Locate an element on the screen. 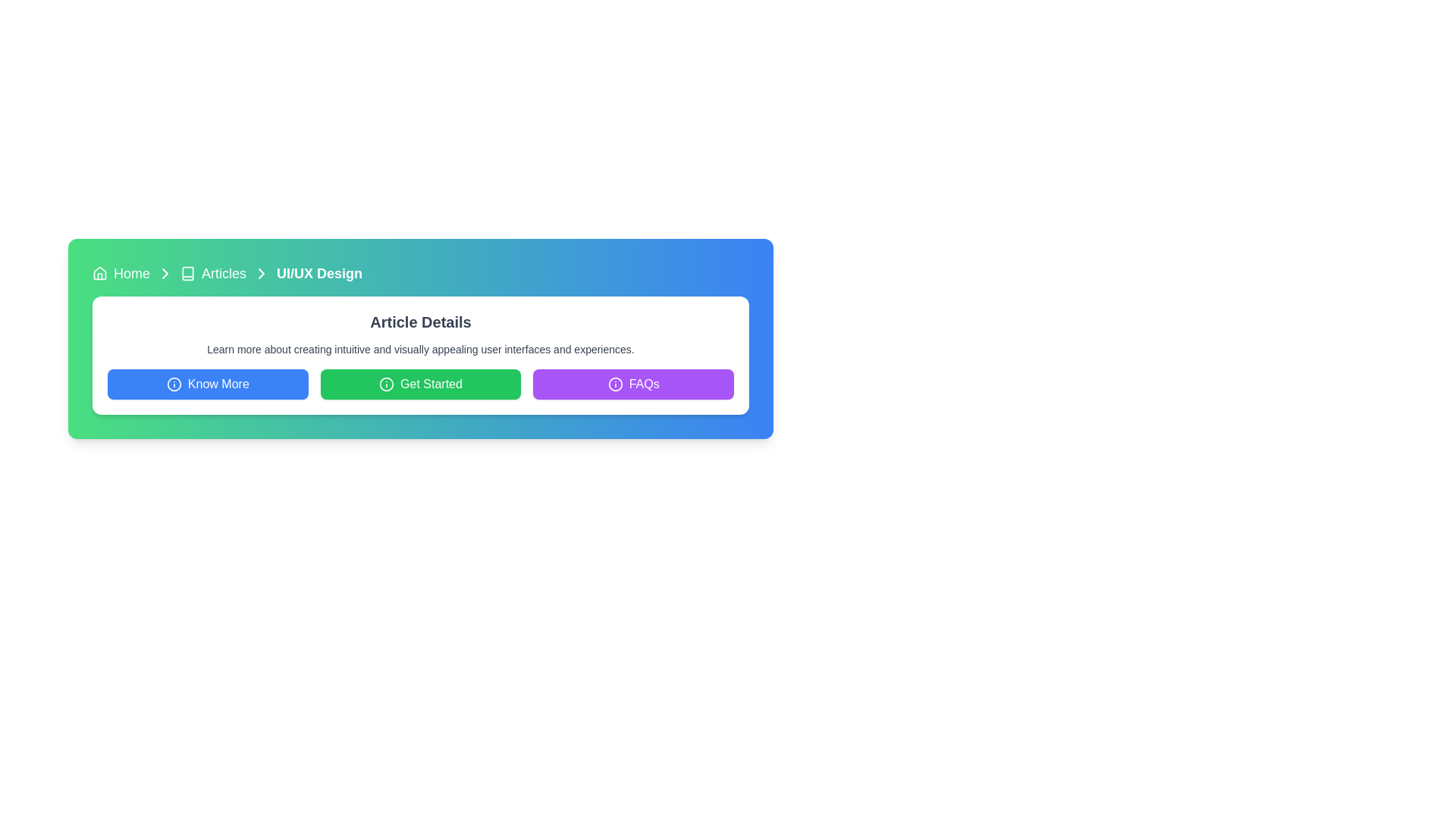 The height and width of the screenshot is (819, 1456). the circular icon with a white outline and an exclamation mark in the center, which is located to the left of the 'FAQs' label on a purple button is located at coordinates (615, 383).